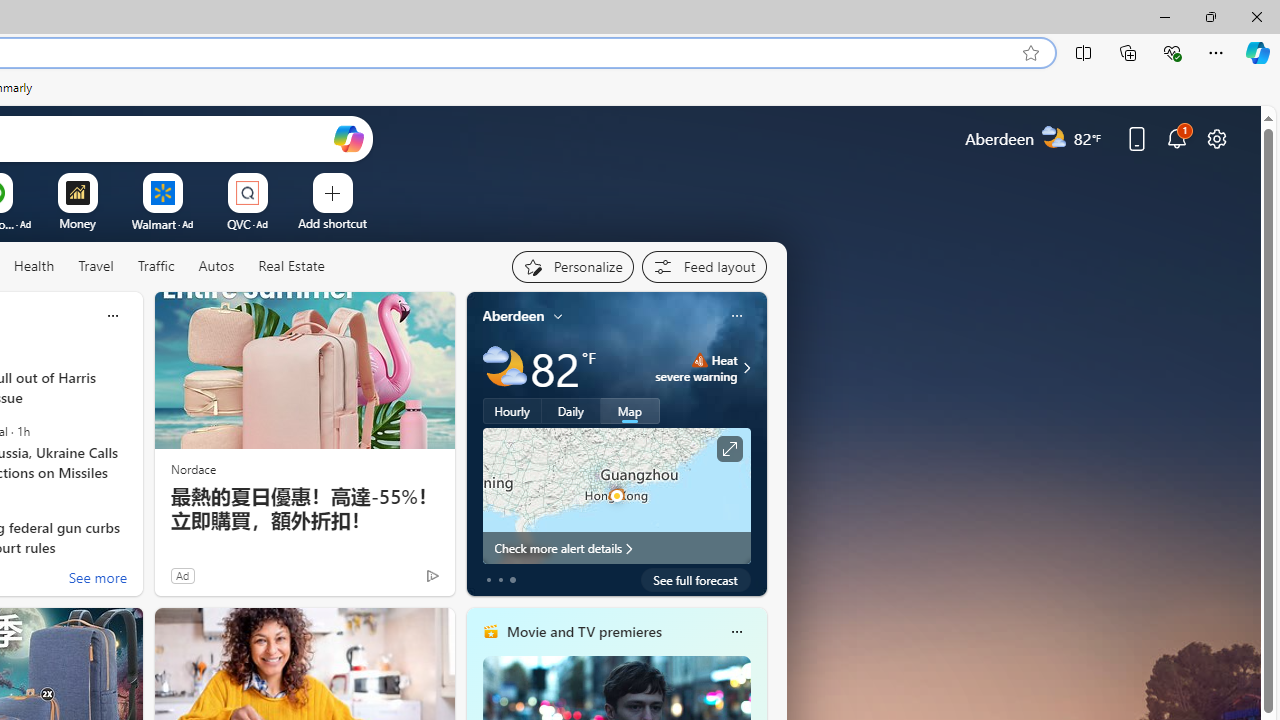  I want to click on 'Class: weather-arrow-glyph', so click(745, 367).